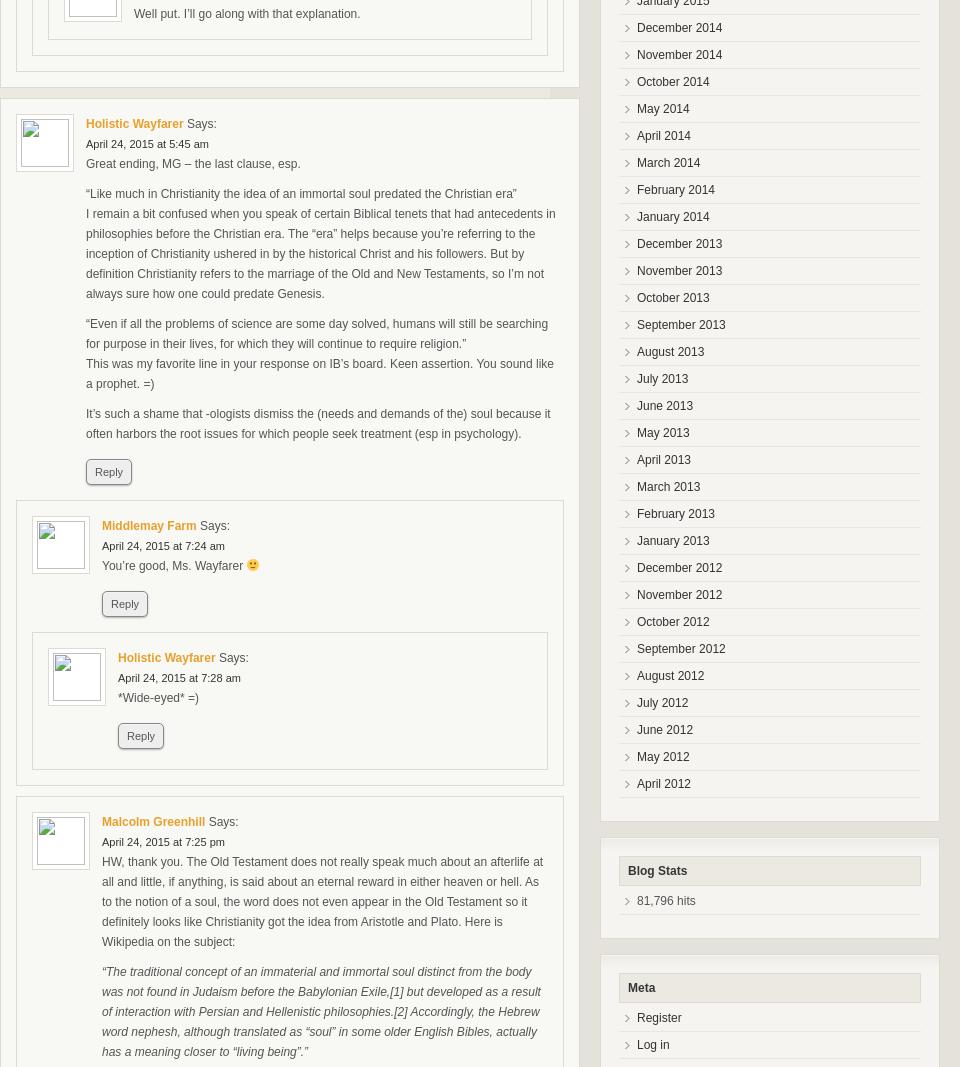 The width and height of the screenshot is (960, 1067). What do you see at coordinates (664, 404) in the screenshot?
I see `'June 2013'` at bounding box center [664, 404].